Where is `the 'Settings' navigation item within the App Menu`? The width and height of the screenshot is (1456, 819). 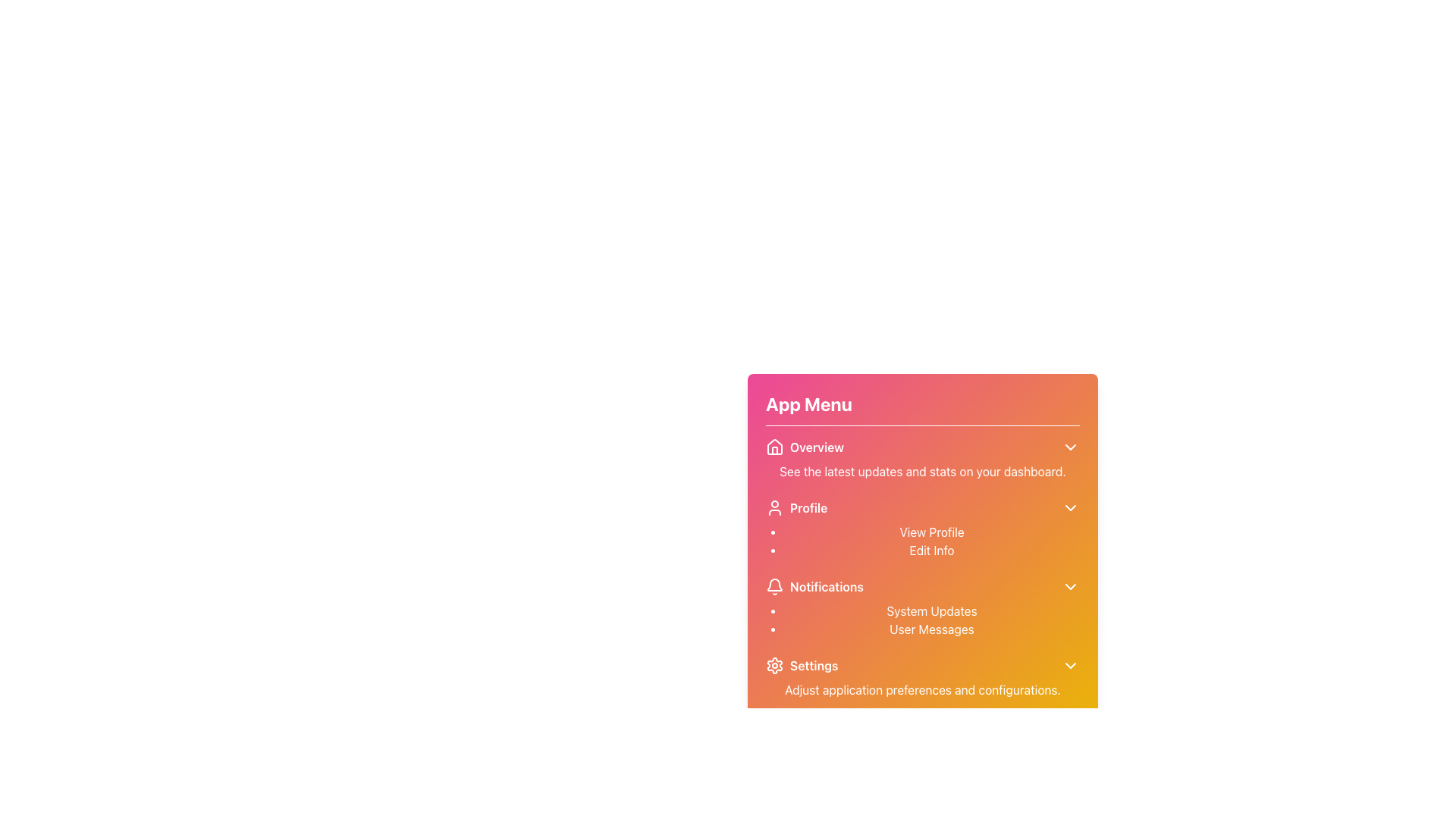 the 'Settings' navigation item within the App Menu is located at coordinates (801, 665).